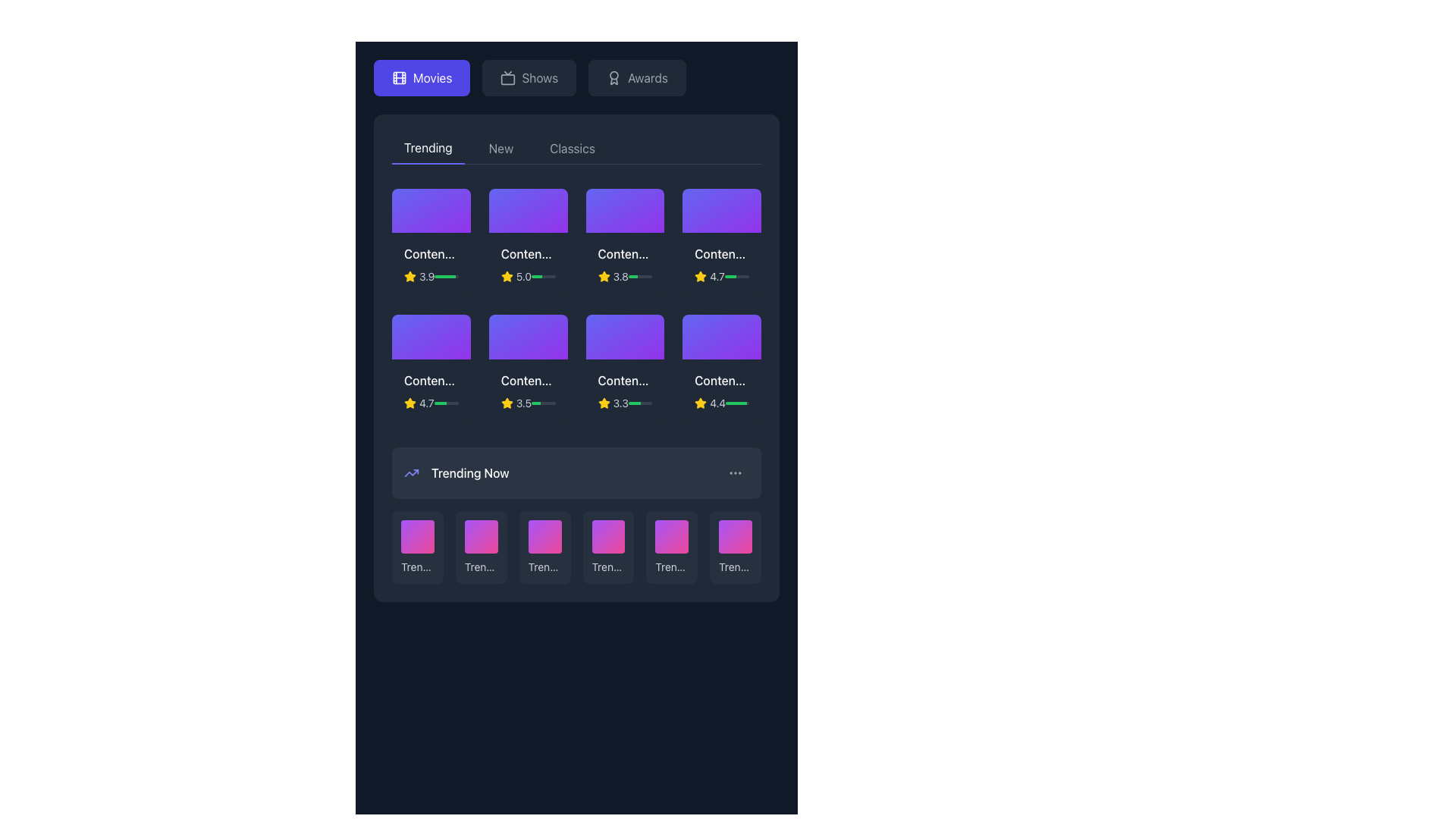 This screenshot has width=1456, height=819. Describe the element at coordinates (625, 369) in the screenshot. I see `the seventh content card located in the second row and third column` at that location.